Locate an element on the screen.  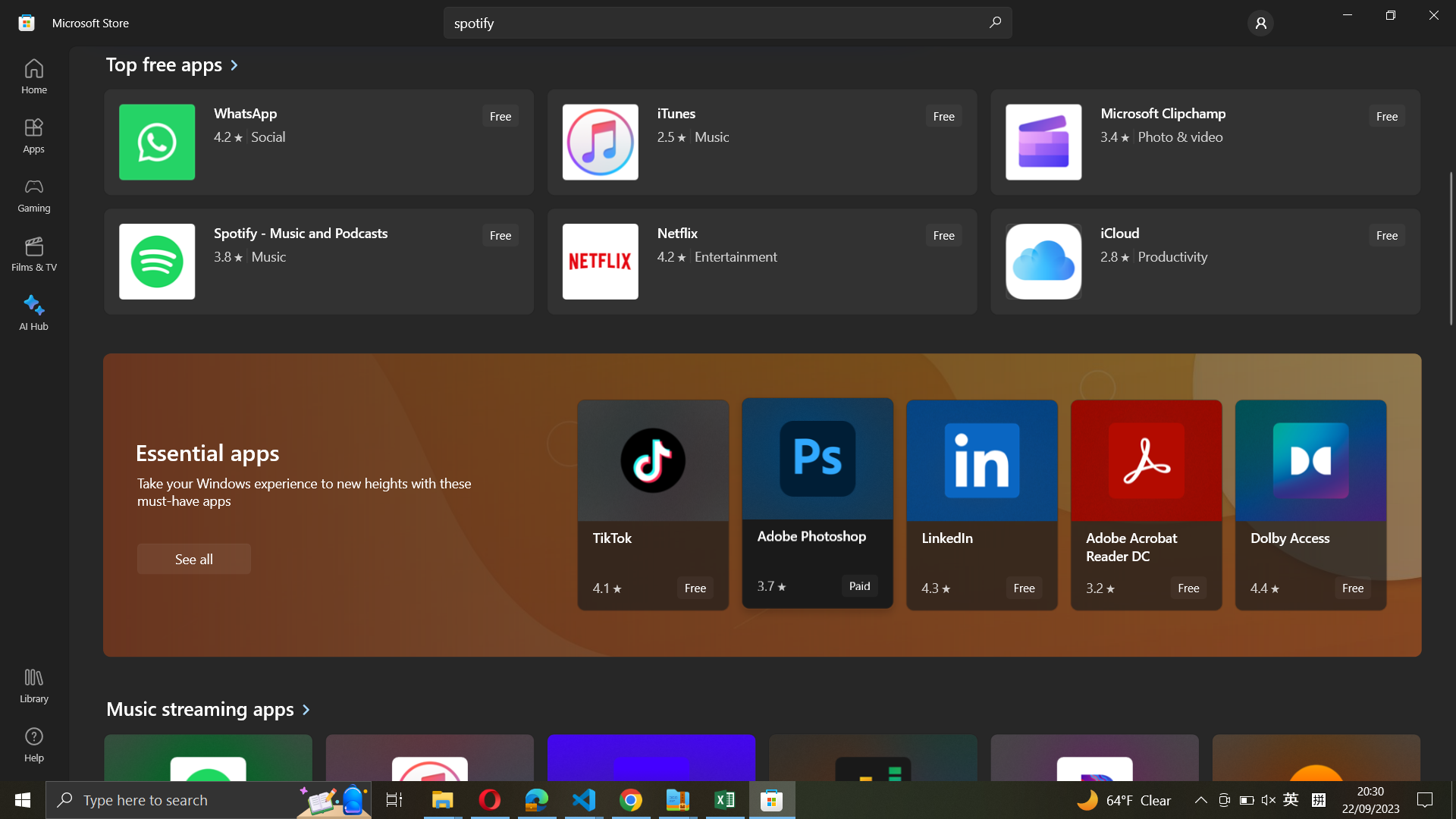
Library is located at coordinates (33, 687).